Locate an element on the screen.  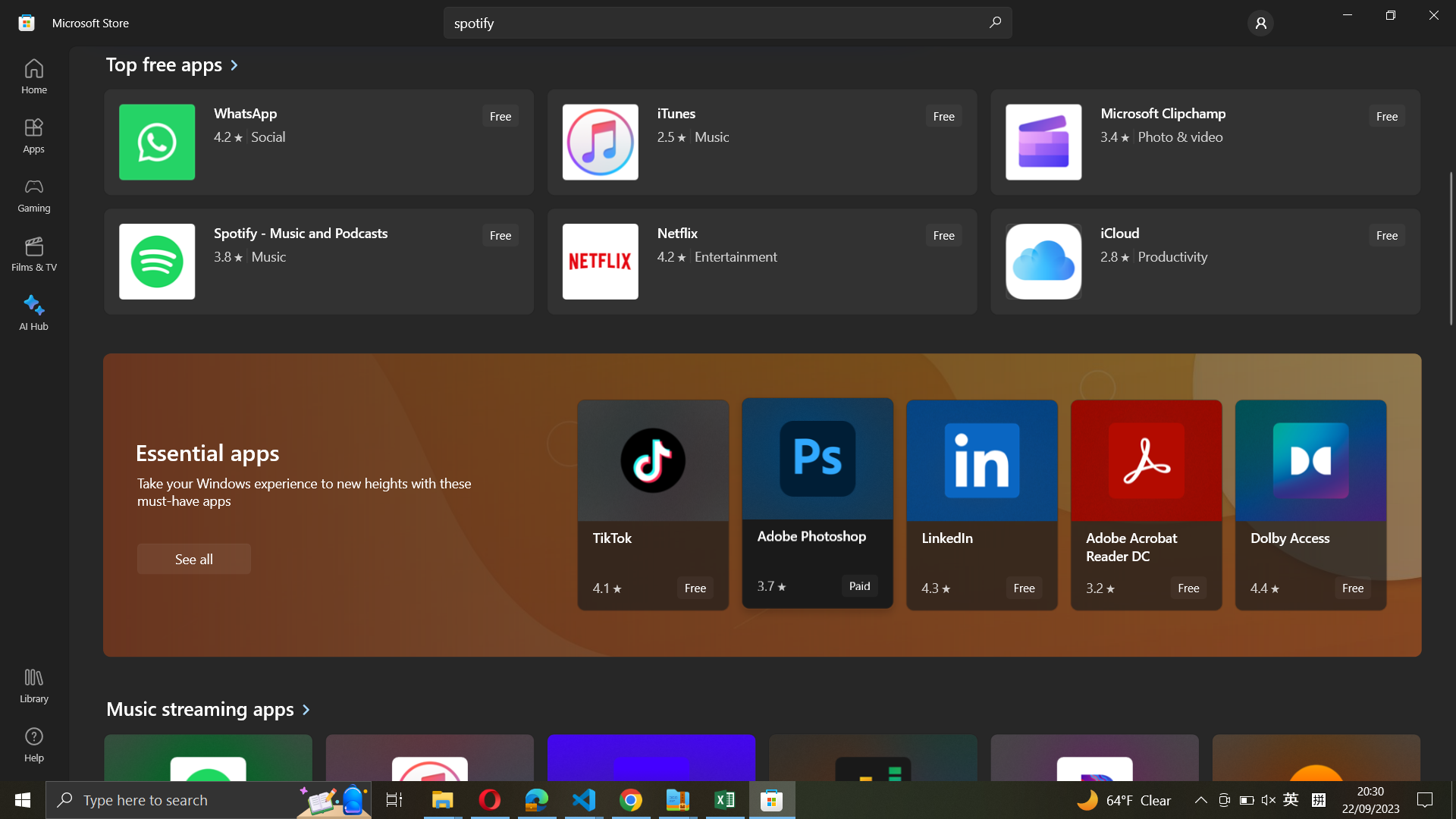
Library is located at coordinates (33, 687).